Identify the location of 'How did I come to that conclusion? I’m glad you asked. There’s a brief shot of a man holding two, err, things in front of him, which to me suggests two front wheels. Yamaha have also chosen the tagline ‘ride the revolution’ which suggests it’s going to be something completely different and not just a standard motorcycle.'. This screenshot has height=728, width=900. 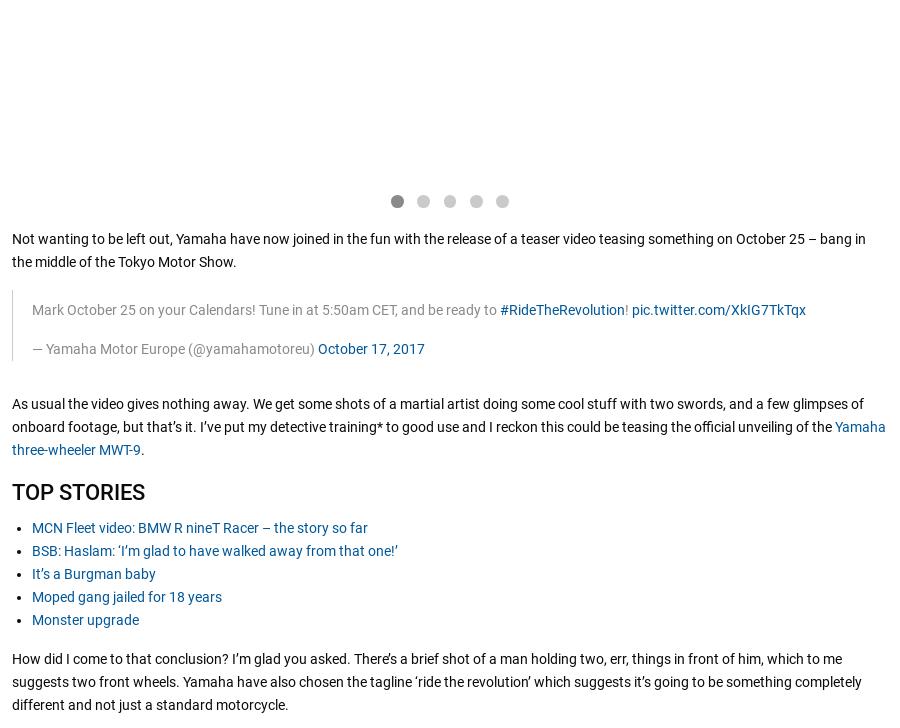
(437, 682).